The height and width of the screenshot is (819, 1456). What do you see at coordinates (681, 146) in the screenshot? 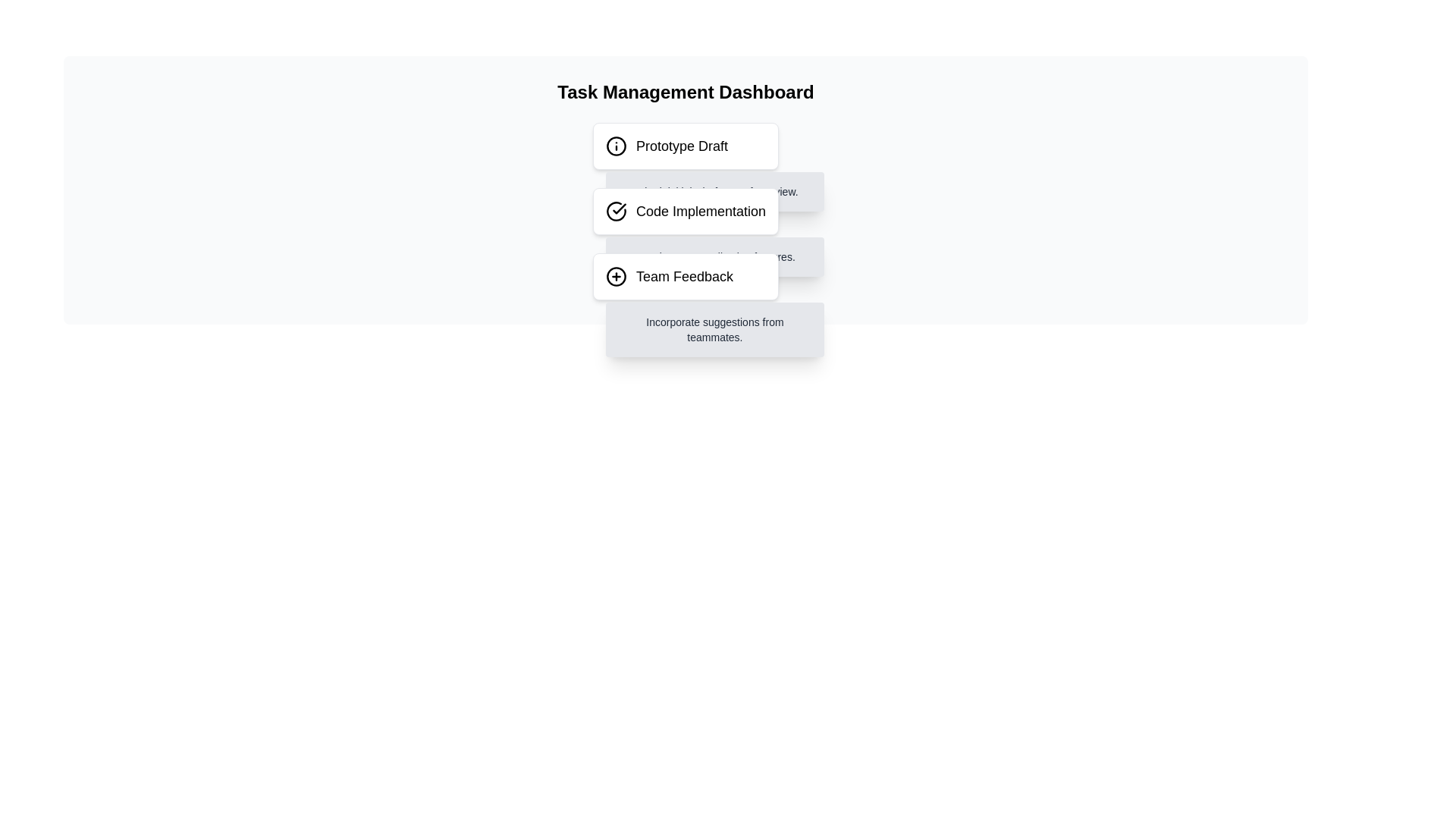
I see `the text label that reads 'Prototype Draft', which is part of a horizontal group next to an information icon within the first task item of a vertical task list` at bounding box center [681, 146].